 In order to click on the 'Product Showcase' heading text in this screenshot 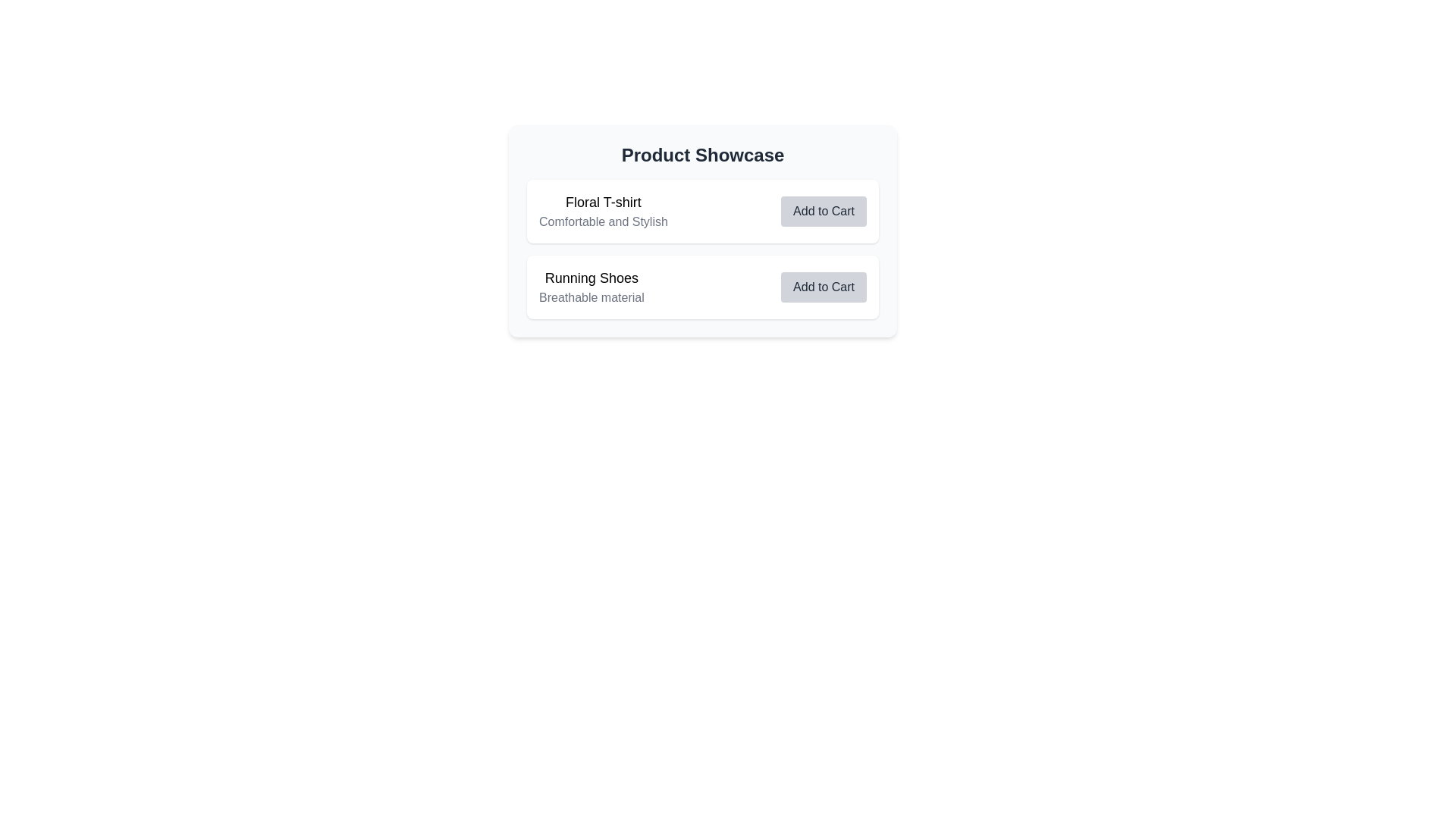, I will do `click(701, 155)`.